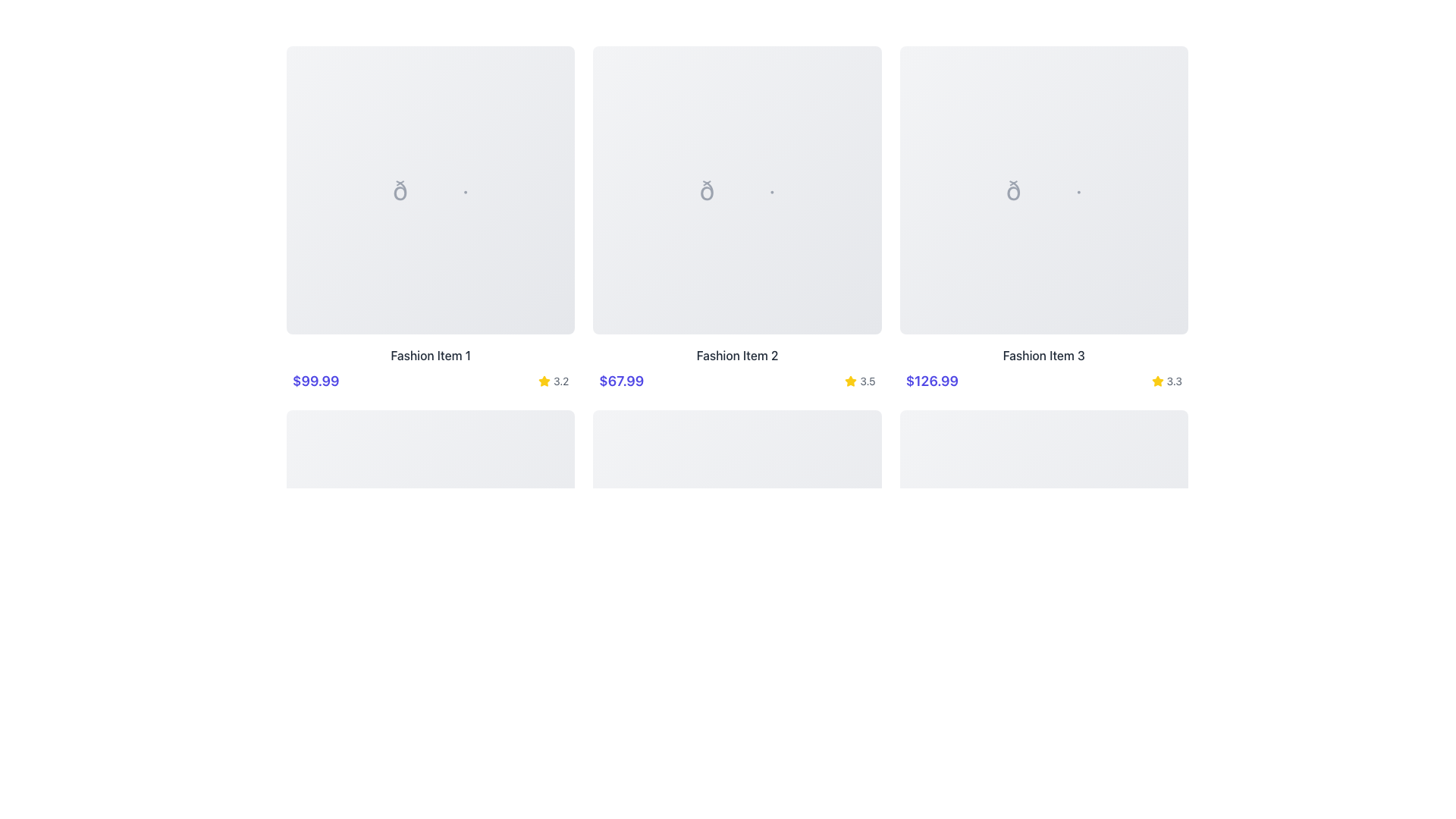  What do you see at coordinates (860, 381) in the screenshot?
I see `the numeric rating text '3.5' which is styled in a small gray font, located in the center of the second column, adjacent to a yellow star icon and aligned horizontally with the price '$67.99'` at bounding box center [860, 381].